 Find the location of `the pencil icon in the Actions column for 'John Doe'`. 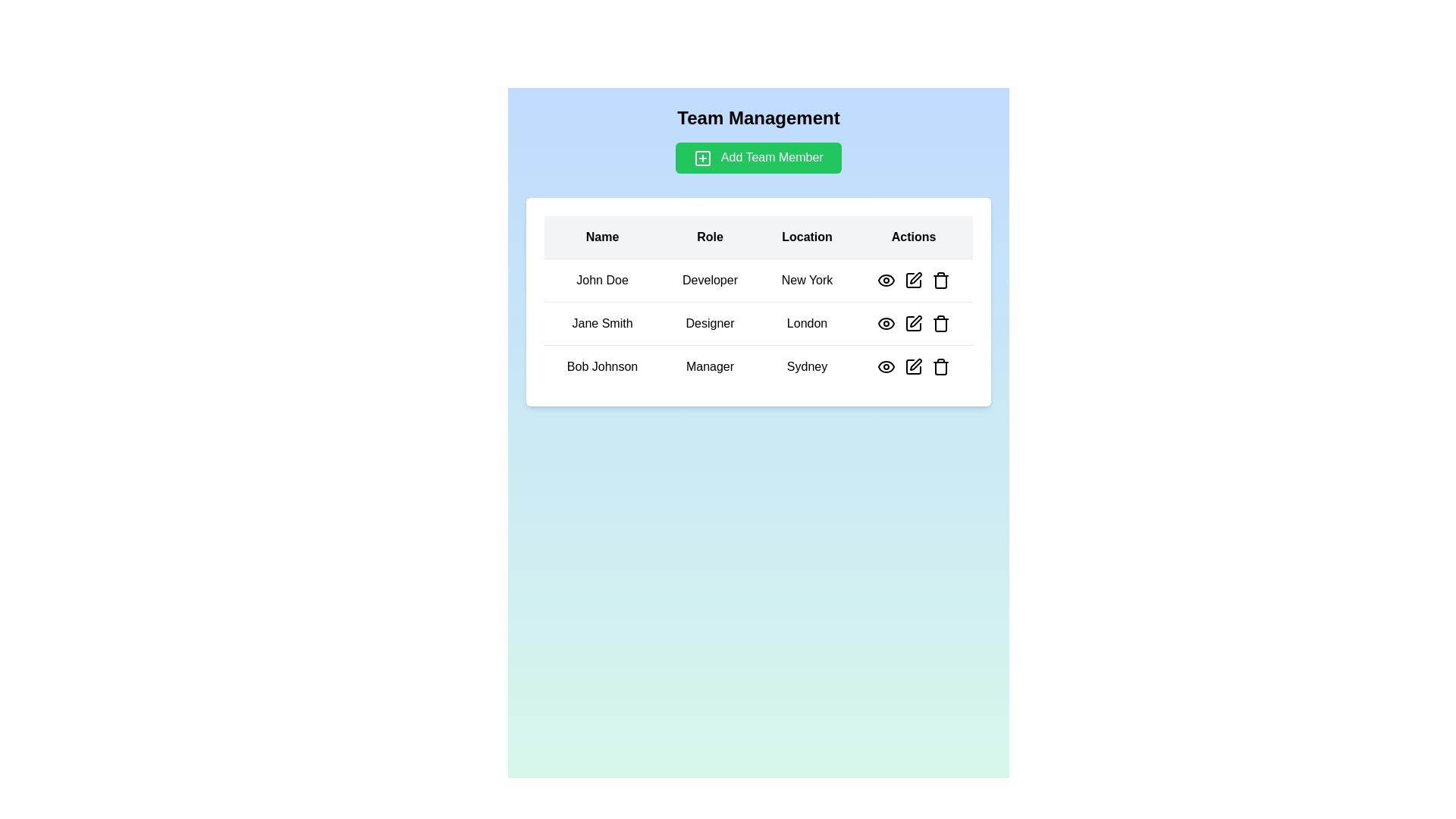

the pencil icon in the Actions column for 'John Doe' is located at coordinates (912, 280).